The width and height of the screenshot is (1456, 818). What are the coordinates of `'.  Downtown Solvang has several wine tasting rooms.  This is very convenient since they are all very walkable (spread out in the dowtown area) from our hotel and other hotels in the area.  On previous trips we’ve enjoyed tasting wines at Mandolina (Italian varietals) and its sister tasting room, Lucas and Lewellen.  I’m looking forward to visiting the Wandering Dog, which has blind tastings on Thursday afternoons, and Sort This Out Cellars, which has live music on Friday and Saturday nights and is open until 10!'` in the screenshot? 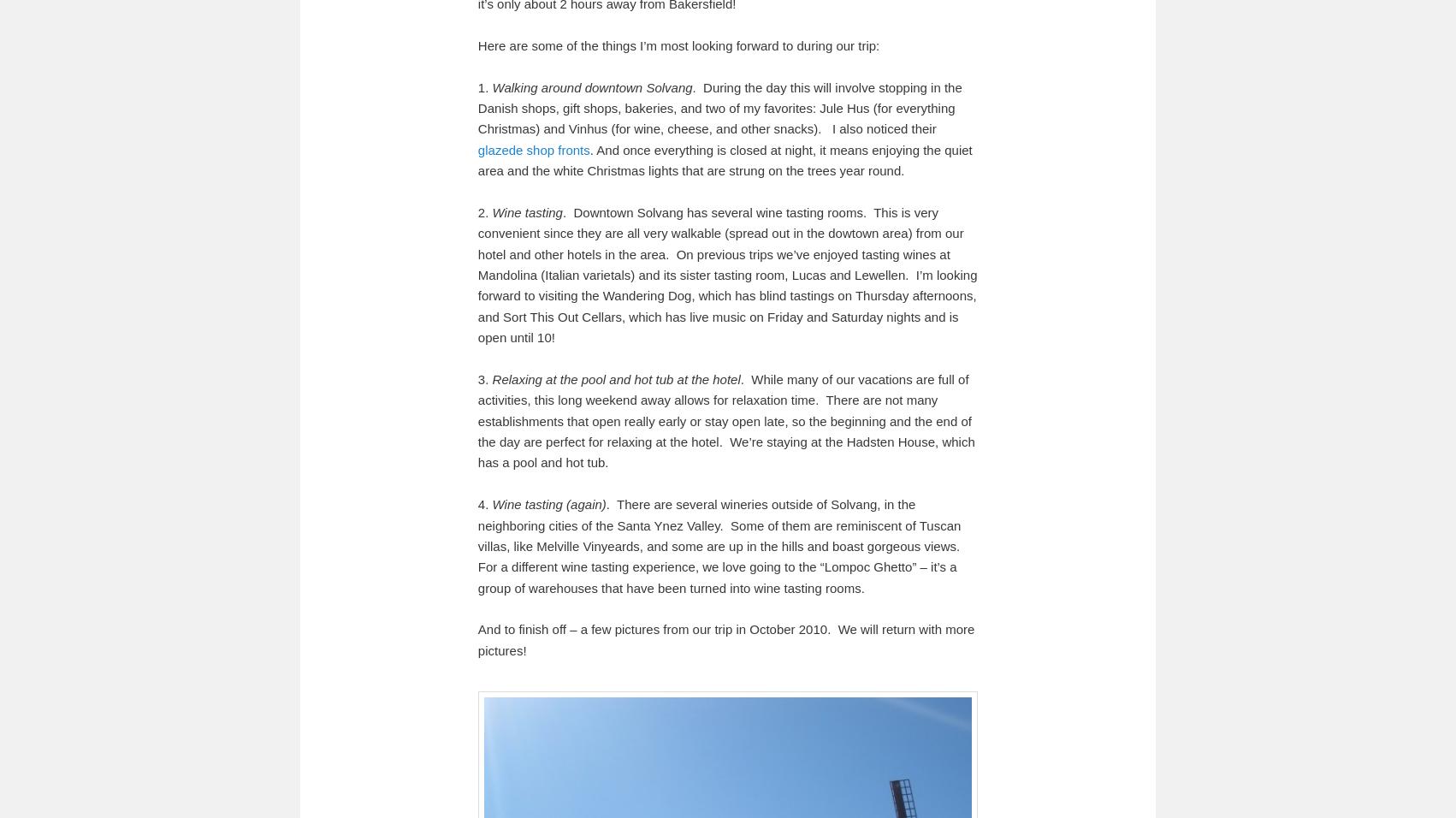 It's located at (725, 274).